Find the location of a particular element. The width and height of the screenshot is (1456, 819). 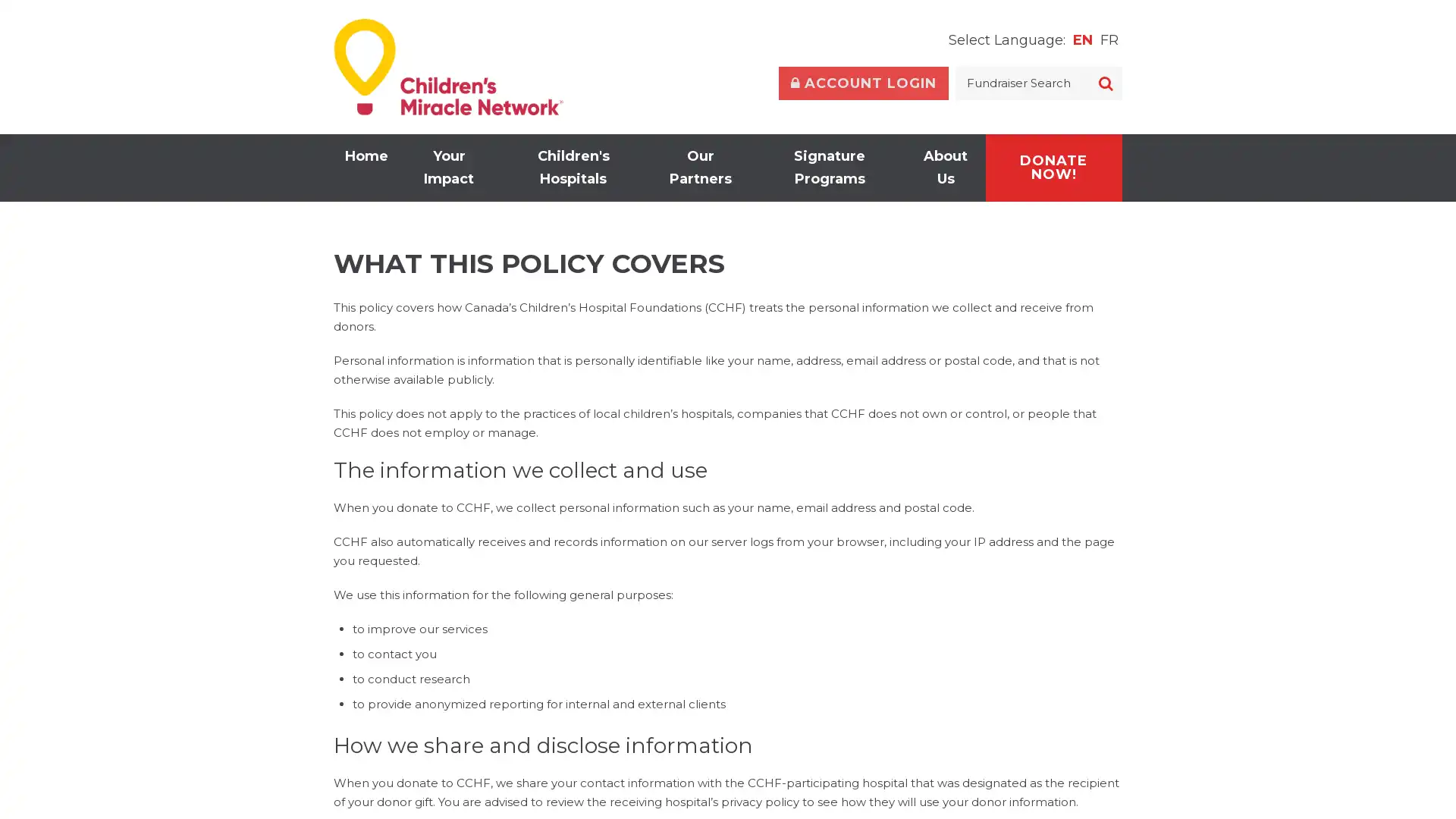

Toggle Account Login Form is located at coordinates (870, 82).